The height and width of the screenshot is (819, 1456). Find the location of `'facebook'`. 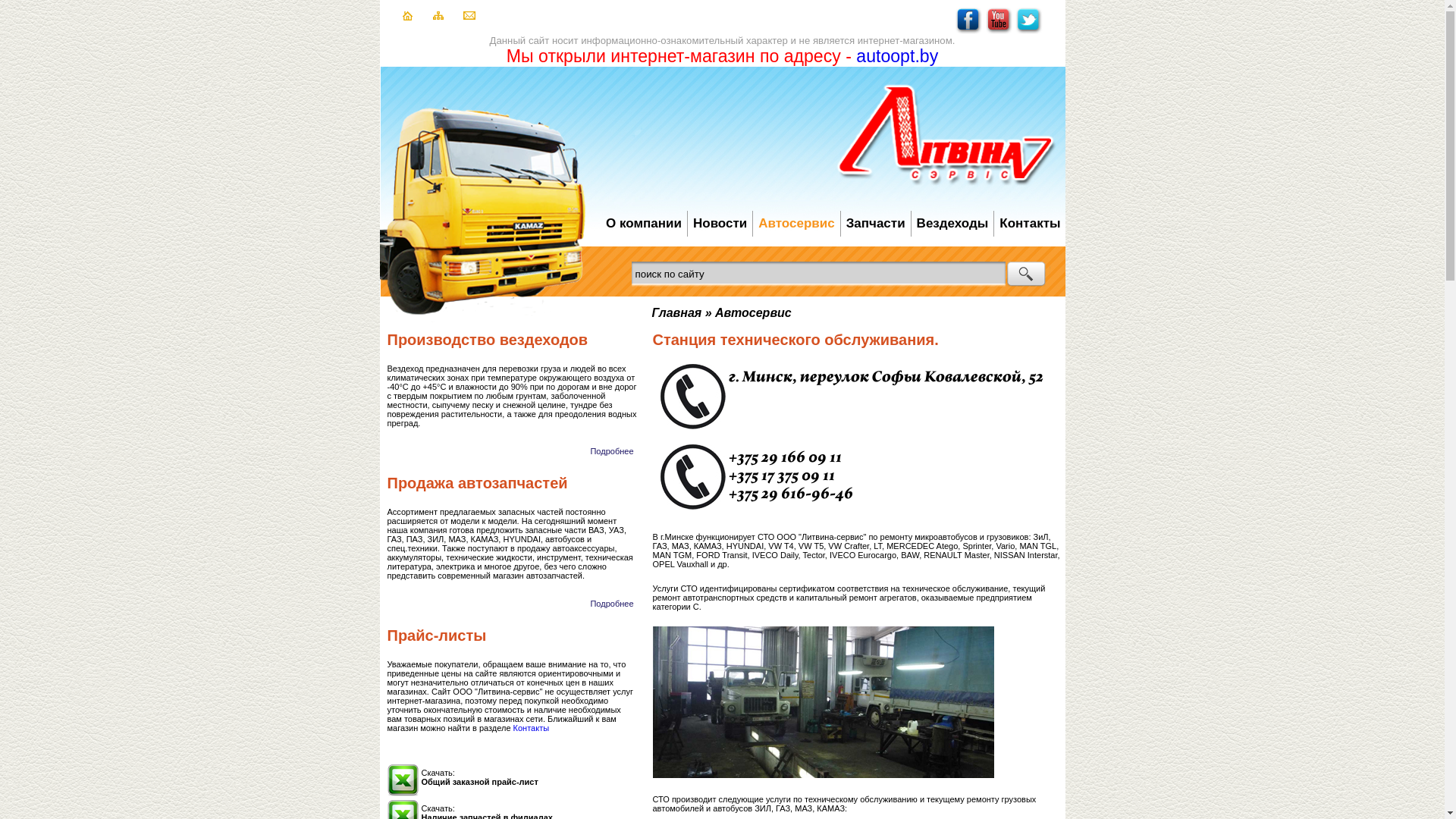

'facebook' is located at coordinates (968, 31).